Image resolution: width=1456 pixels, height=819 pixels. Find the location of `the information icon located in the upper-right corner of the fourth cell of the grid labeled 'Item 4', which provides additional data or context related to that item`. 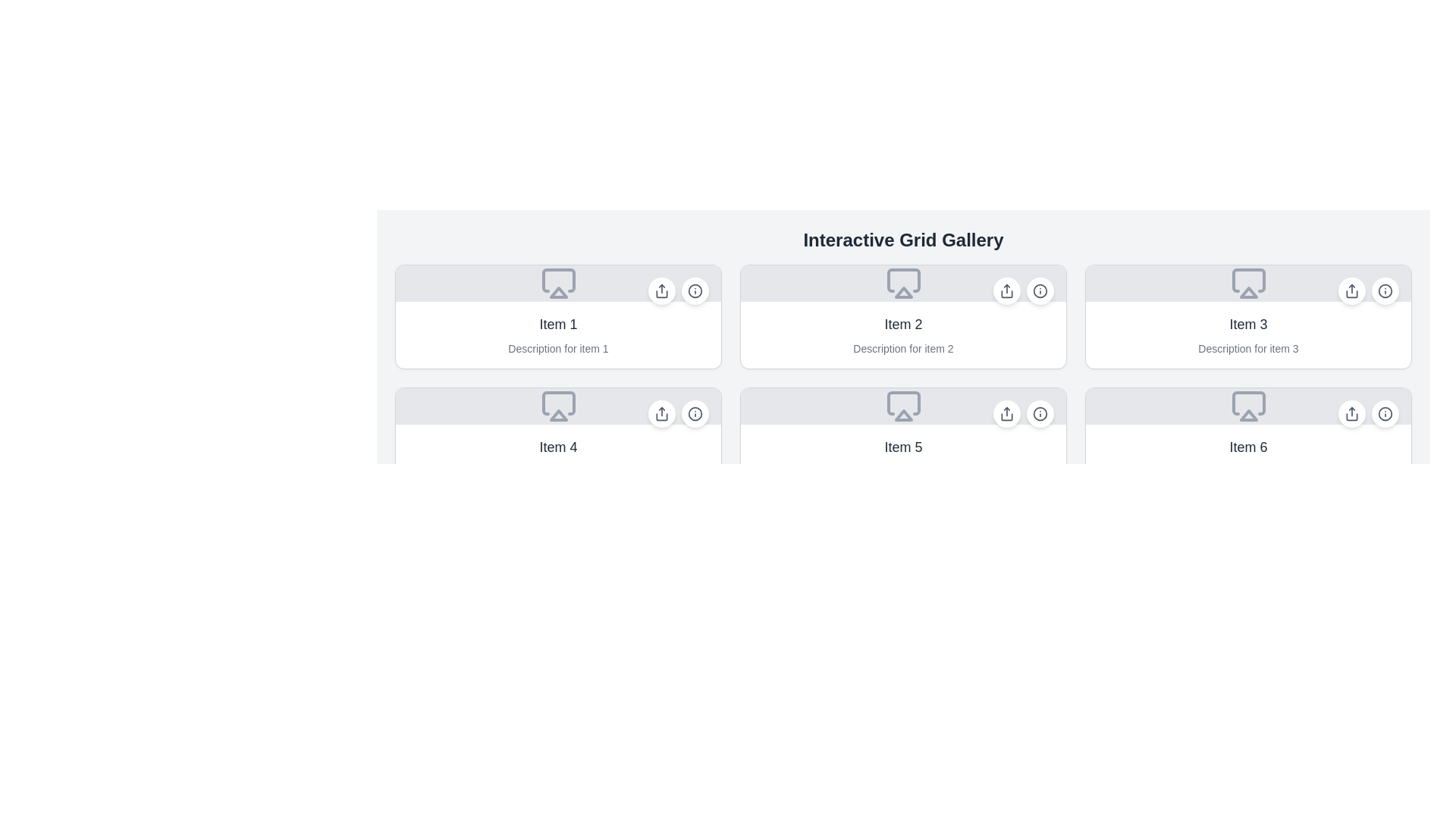

the information icon located in the upper-right corner of the fourth cell of the grid labeled 'Item 4', which provides additional data or context related to that item is located at coordinates (694, 414).